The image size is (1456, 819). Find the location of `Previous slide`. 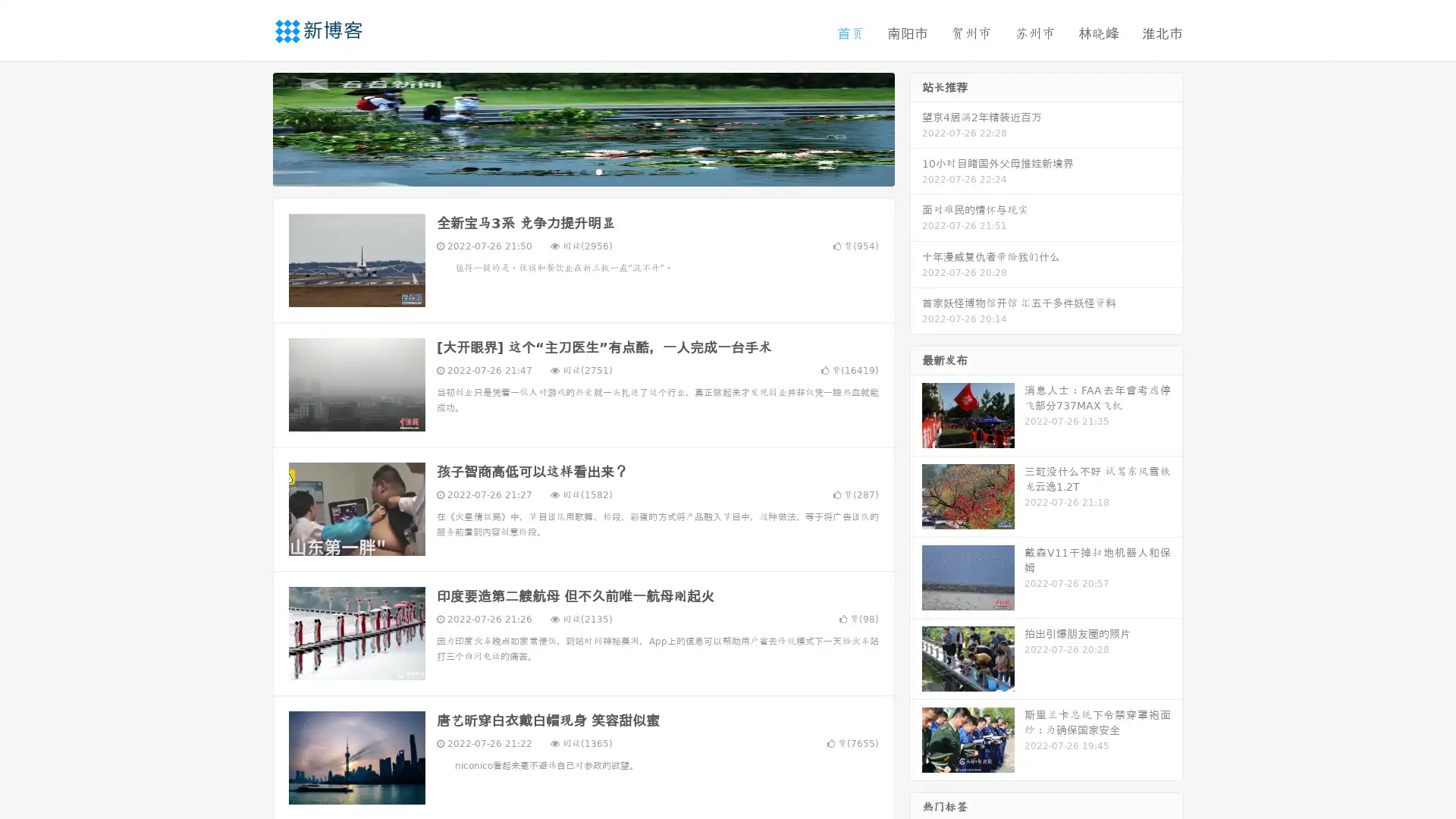

Previous slide is located at coordinates (250, 127).